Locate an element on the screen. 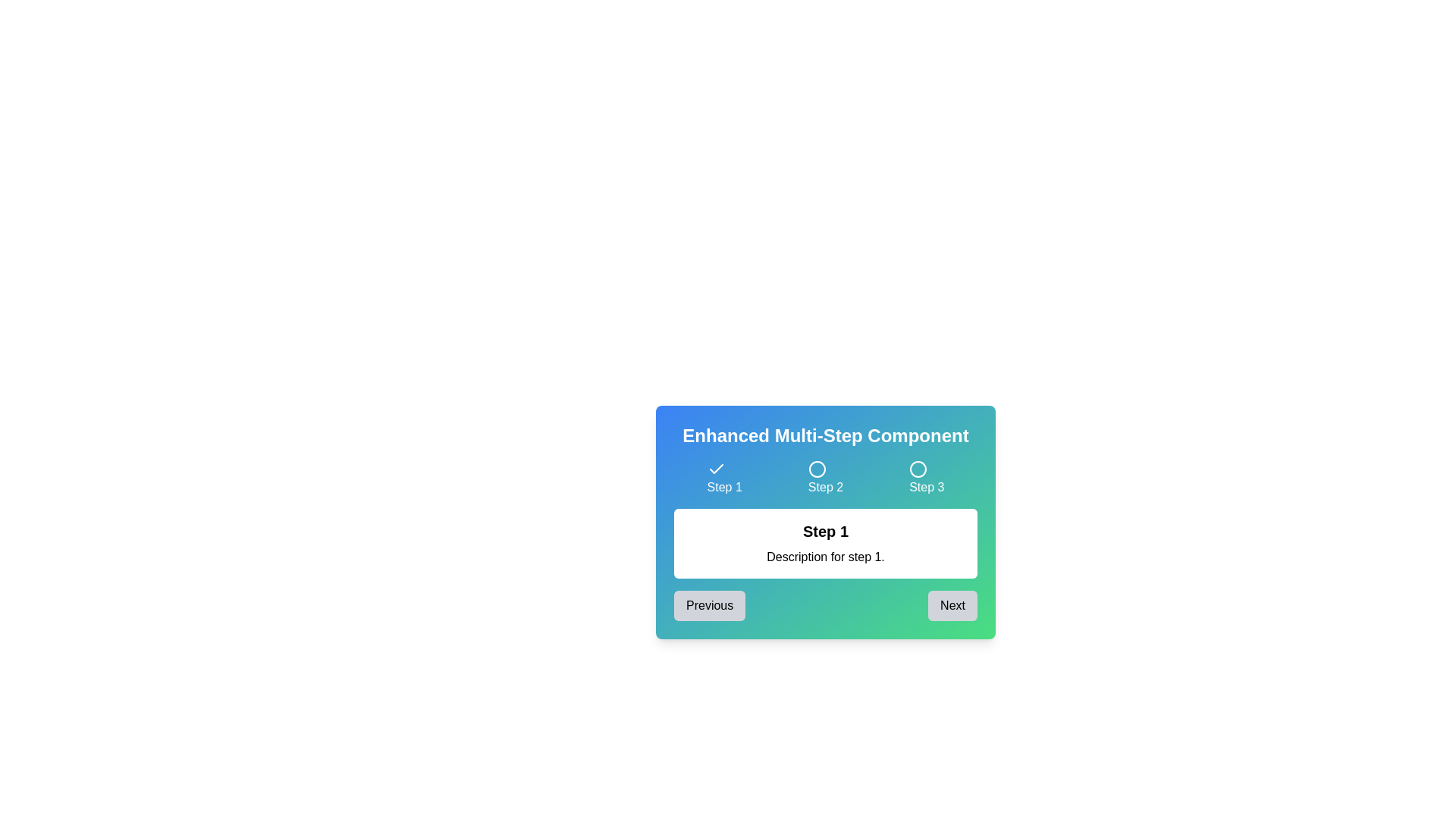  the 'Next' button to proceed to the next step is located at coordinates (952, 604).